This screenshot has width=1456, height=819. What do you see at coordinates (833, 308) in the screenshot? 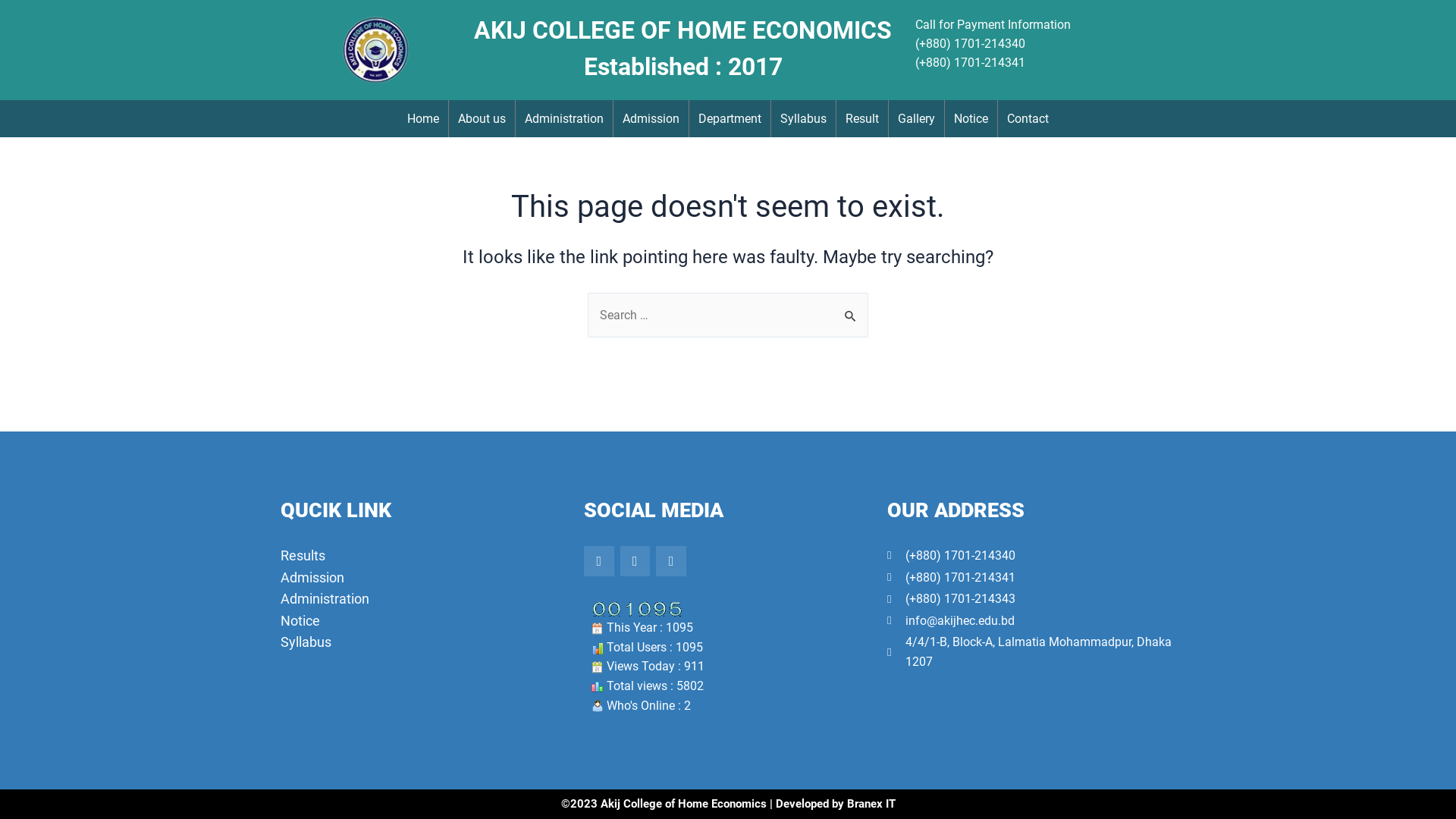
I see `'Search'` at bounding box center [833, 308].